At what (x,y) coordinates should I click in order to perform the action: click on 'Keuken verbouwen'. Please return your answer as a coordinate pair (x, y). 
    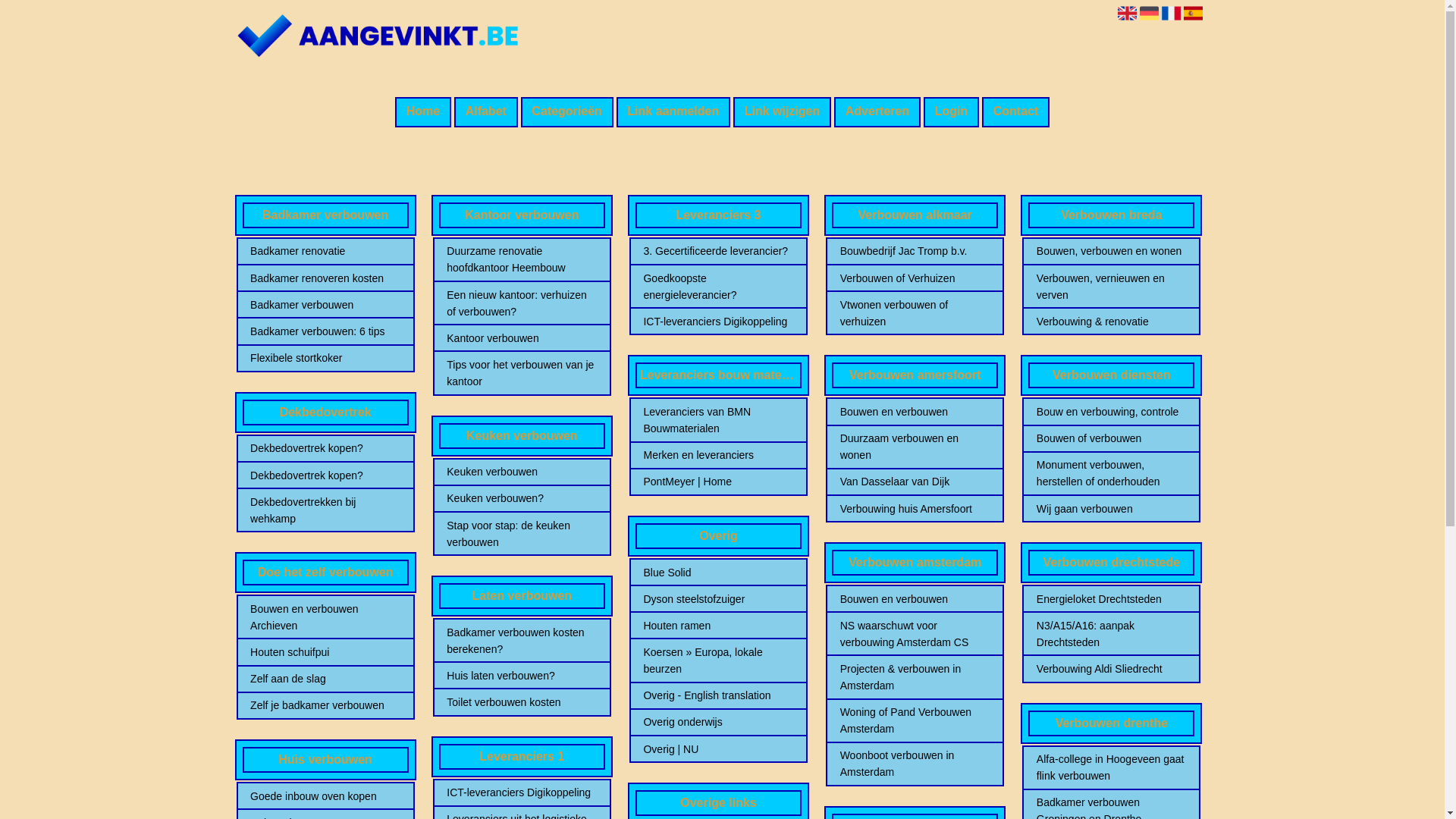
    Looking at the image, I should click on (521, 470).